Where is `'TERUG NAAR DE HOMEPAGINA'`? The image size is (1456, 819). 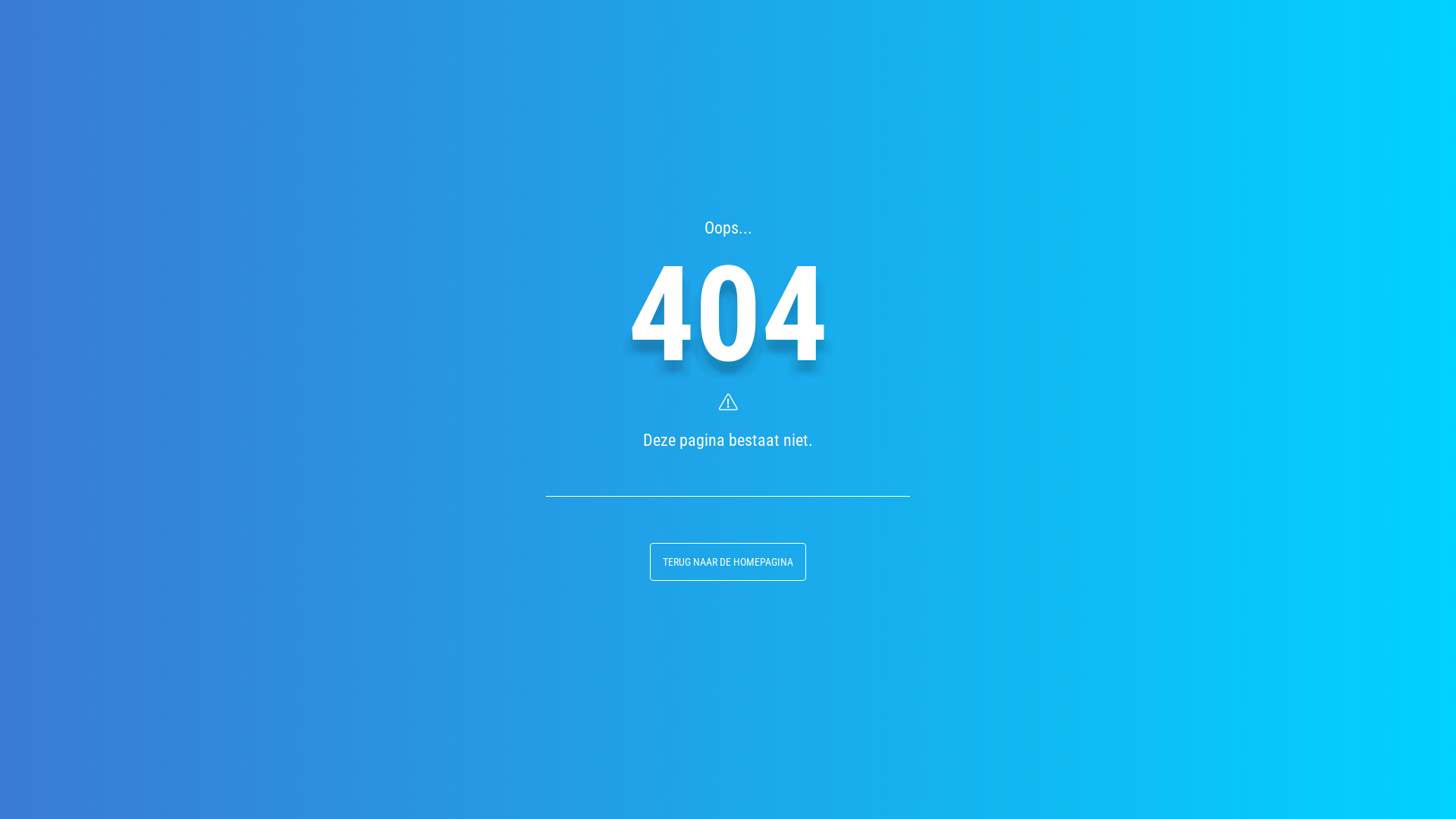 'TERUG NAAR DE HOMEPAGINA' is located at coordinates (728, 561).